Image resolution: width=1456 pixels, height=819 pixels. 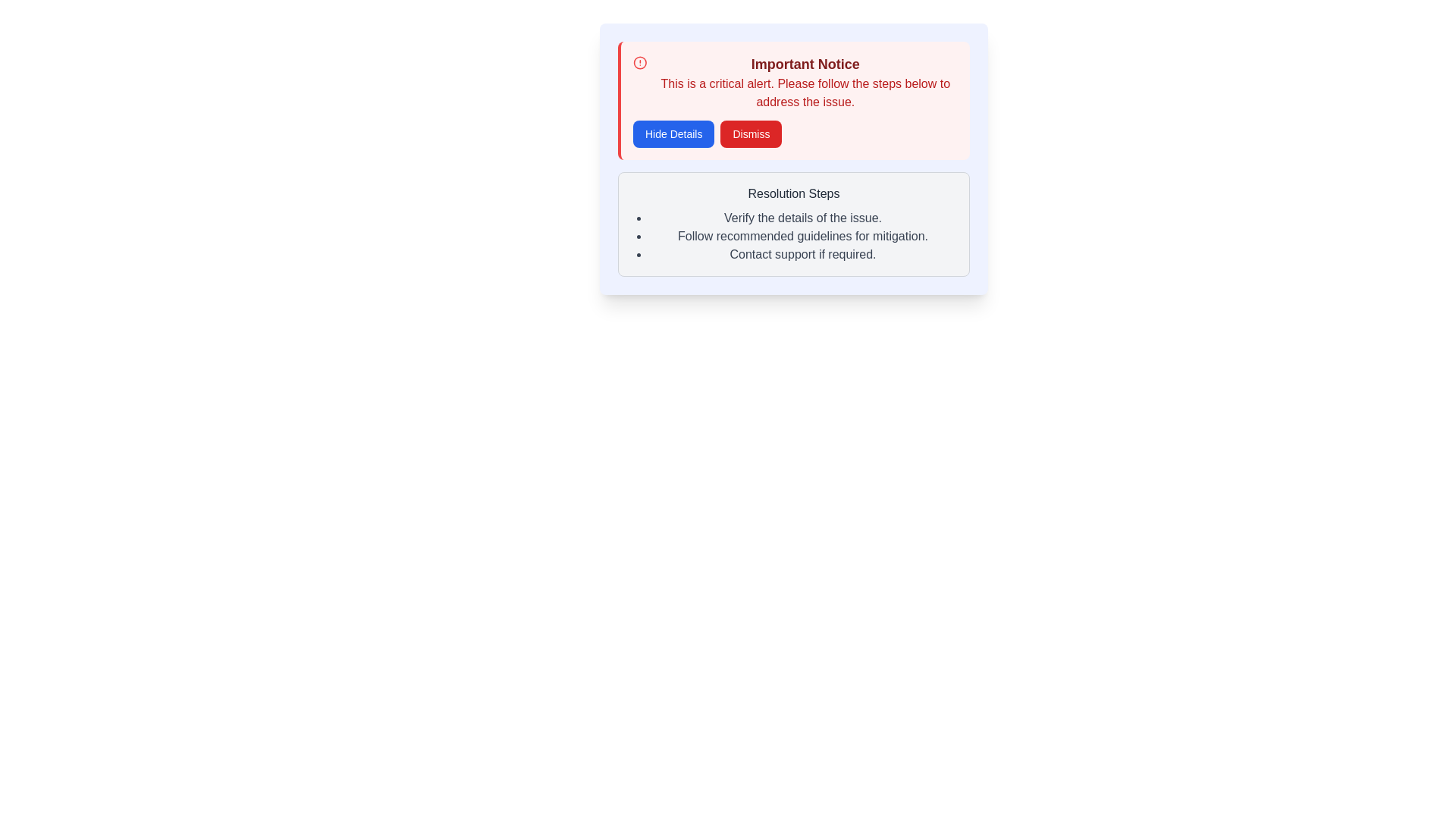 What do you see at coordinates (802, 237) in the screenshot?
I see `the static text element that states 'Follow recommended guidelines for mitigation.' which is the second item in the bulleted list under the section 'Resolution Steps' in the alert dialog box` at bounding box center [802, 237].